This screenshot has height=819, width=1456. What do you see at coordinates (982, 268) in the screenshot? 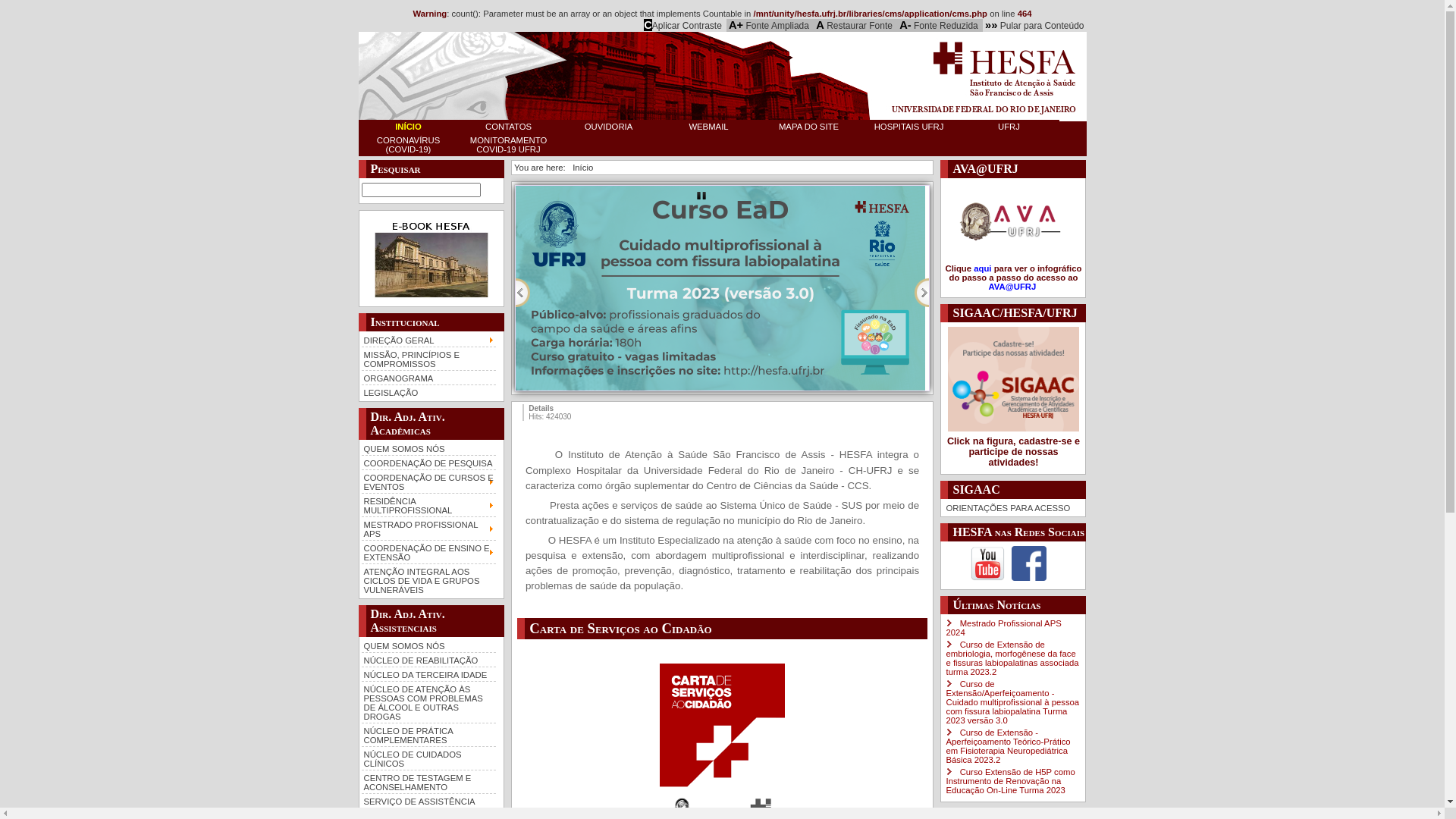
I see `'aqui'` at bounding box center [982, 268].